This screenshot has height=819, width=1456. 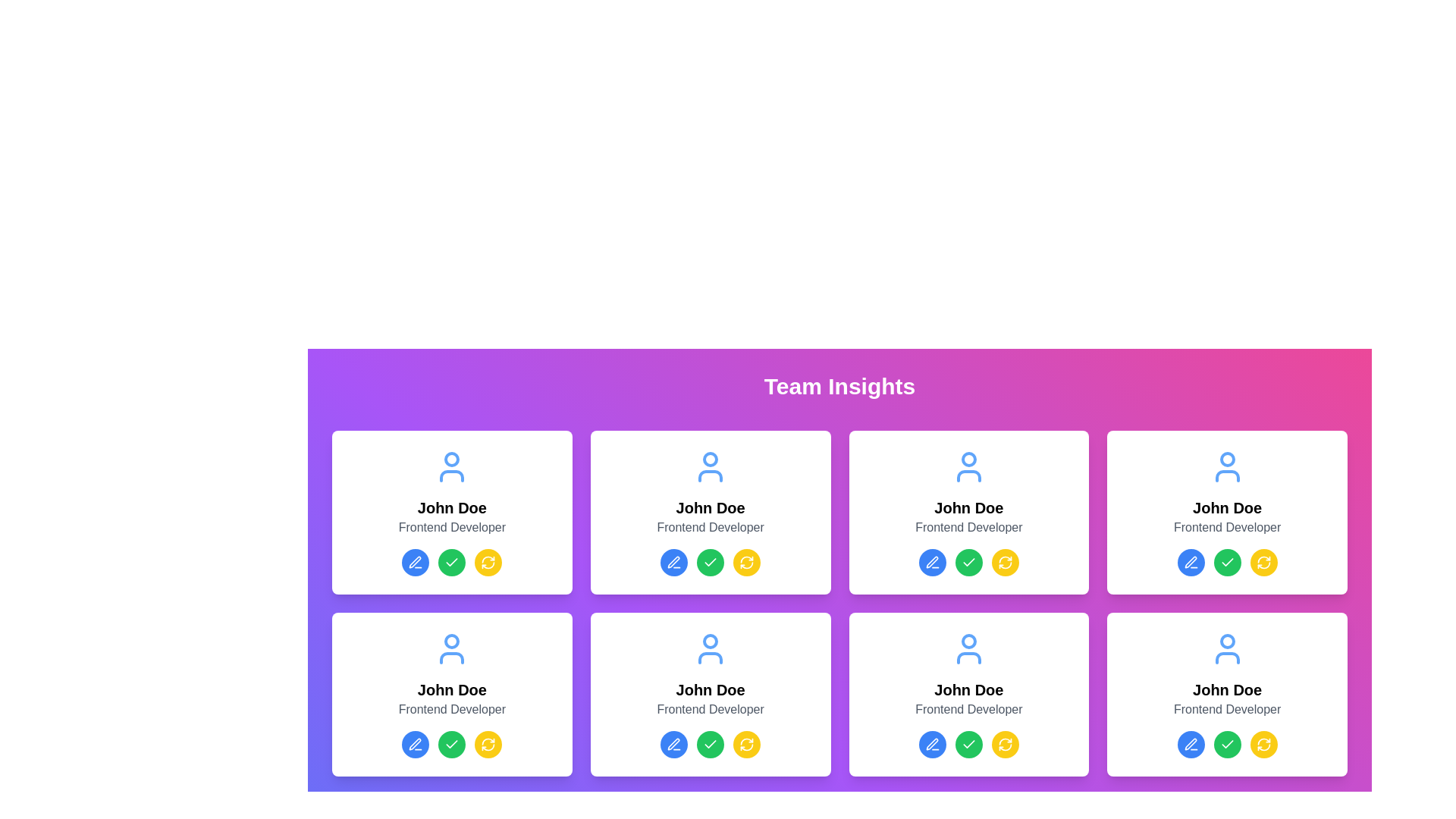 I want to click on the pen-shaped icon button located in the bottom-left corner of the user information card, so click(x=1190, y=743).